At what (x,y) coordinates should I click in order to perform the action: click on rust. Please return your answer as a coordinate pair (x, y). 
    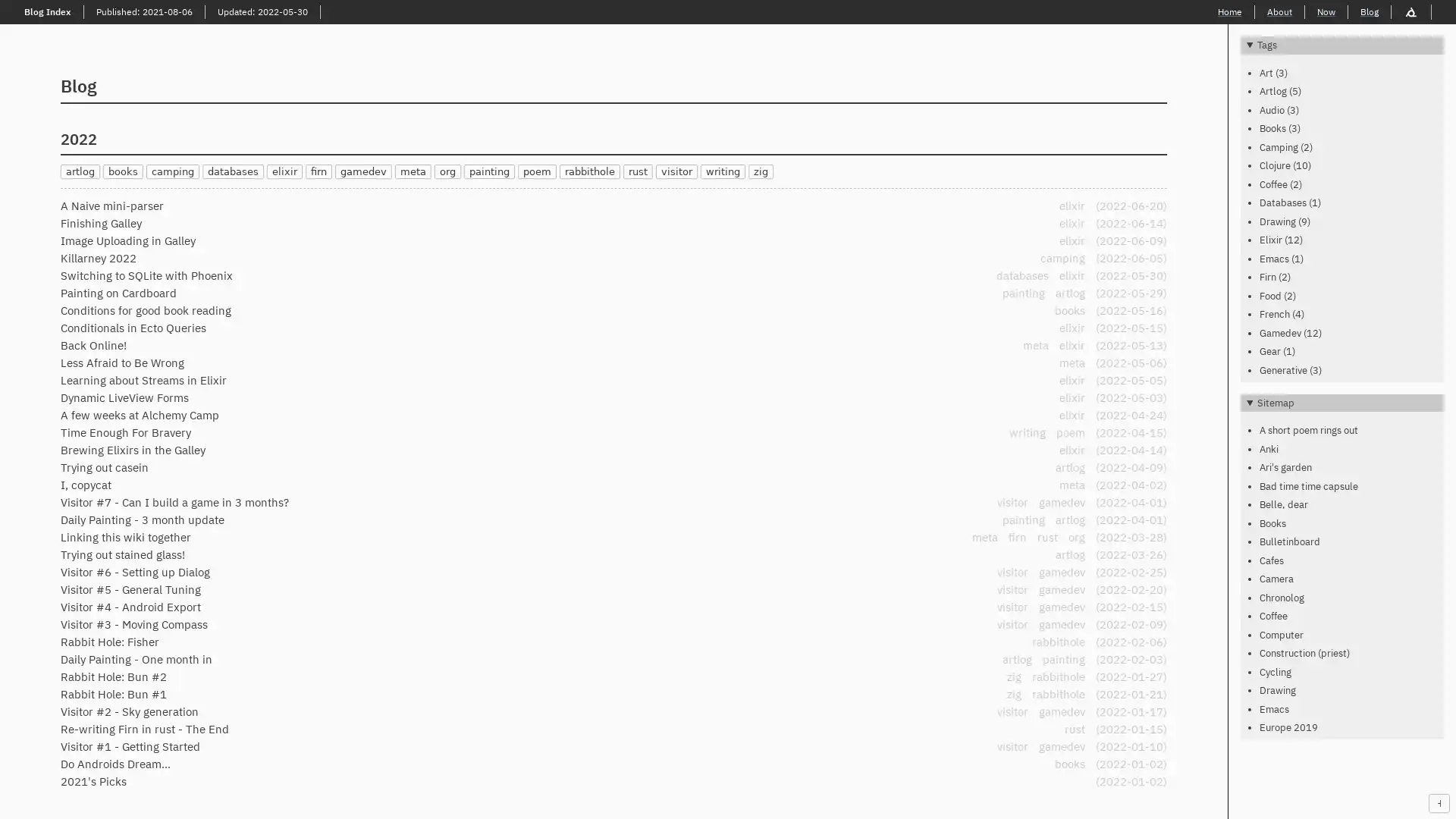
    Looking at the image, I should click on (638, 171).